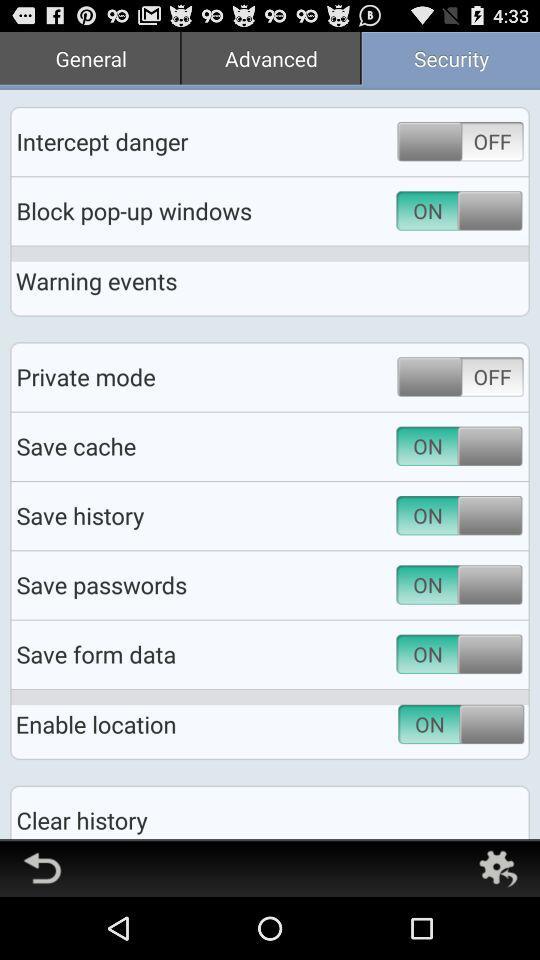  Describe the element at coordinates (42, 867) in the screenshot. I see `previous` at that location.